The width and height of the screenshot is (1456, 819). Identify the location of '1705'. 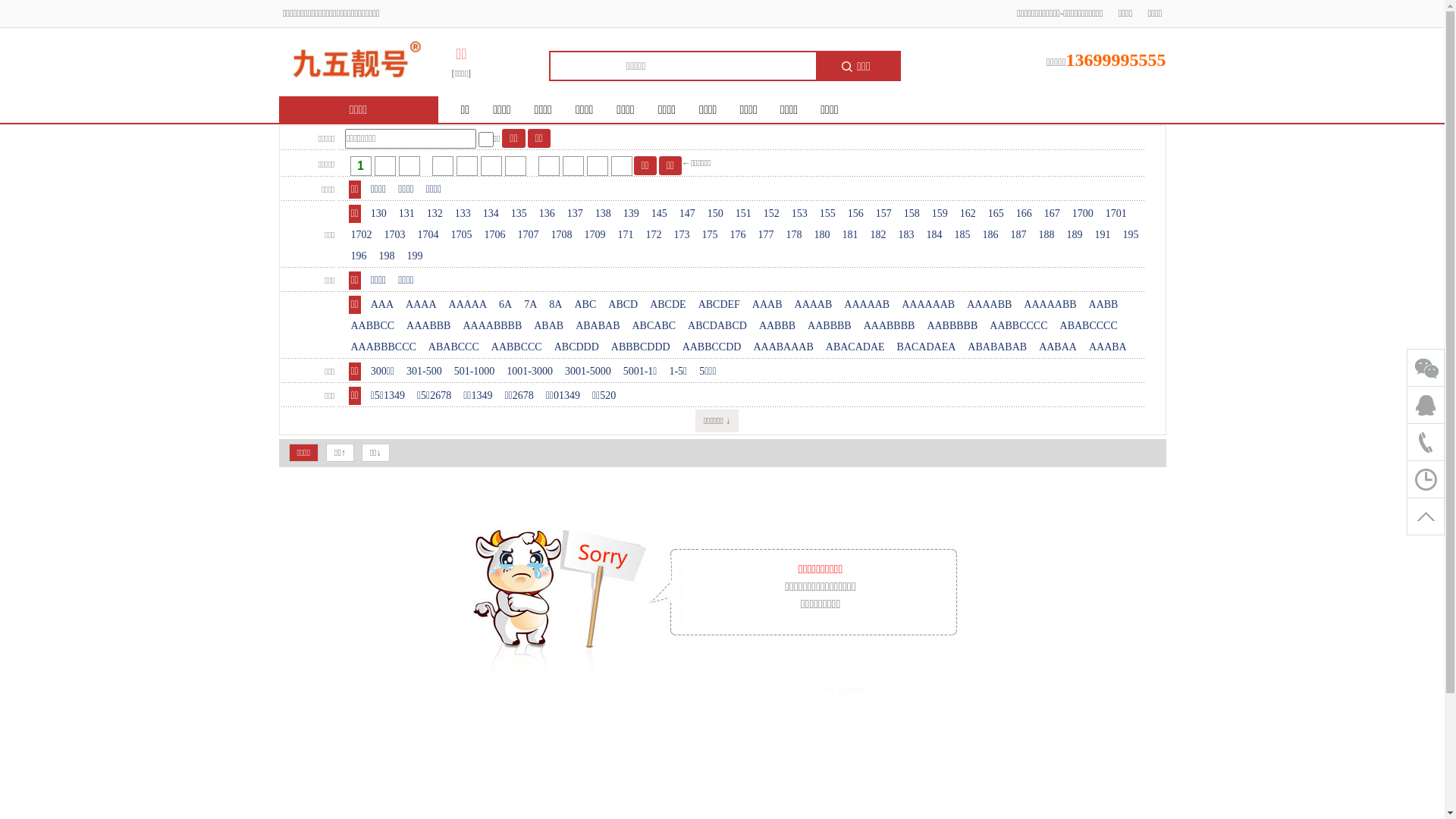
(447, 234).